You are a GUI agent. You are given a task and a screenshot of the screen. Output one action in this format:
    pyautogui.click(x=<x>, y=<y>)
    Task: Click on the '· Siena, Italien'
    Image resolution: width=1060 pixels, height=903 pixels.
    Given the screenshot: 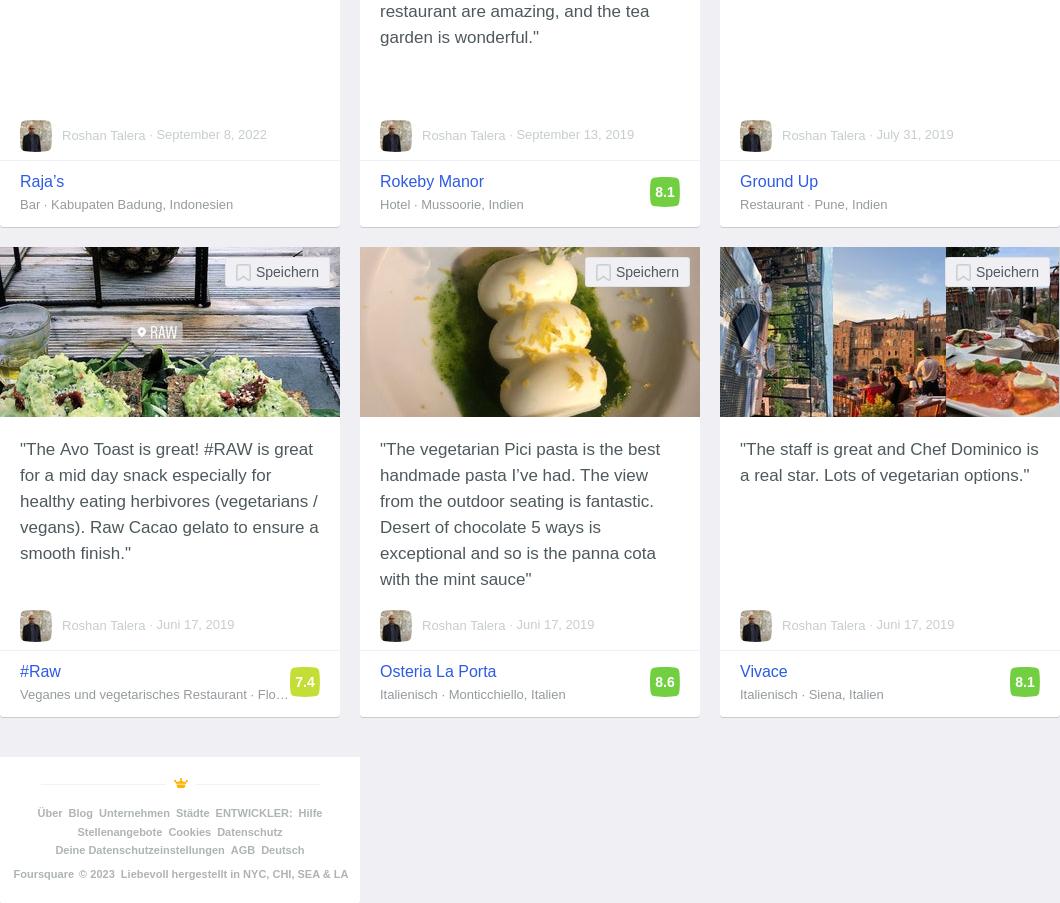 What is the action you would take?
    pyautogui.click(x=840, y=693)
    